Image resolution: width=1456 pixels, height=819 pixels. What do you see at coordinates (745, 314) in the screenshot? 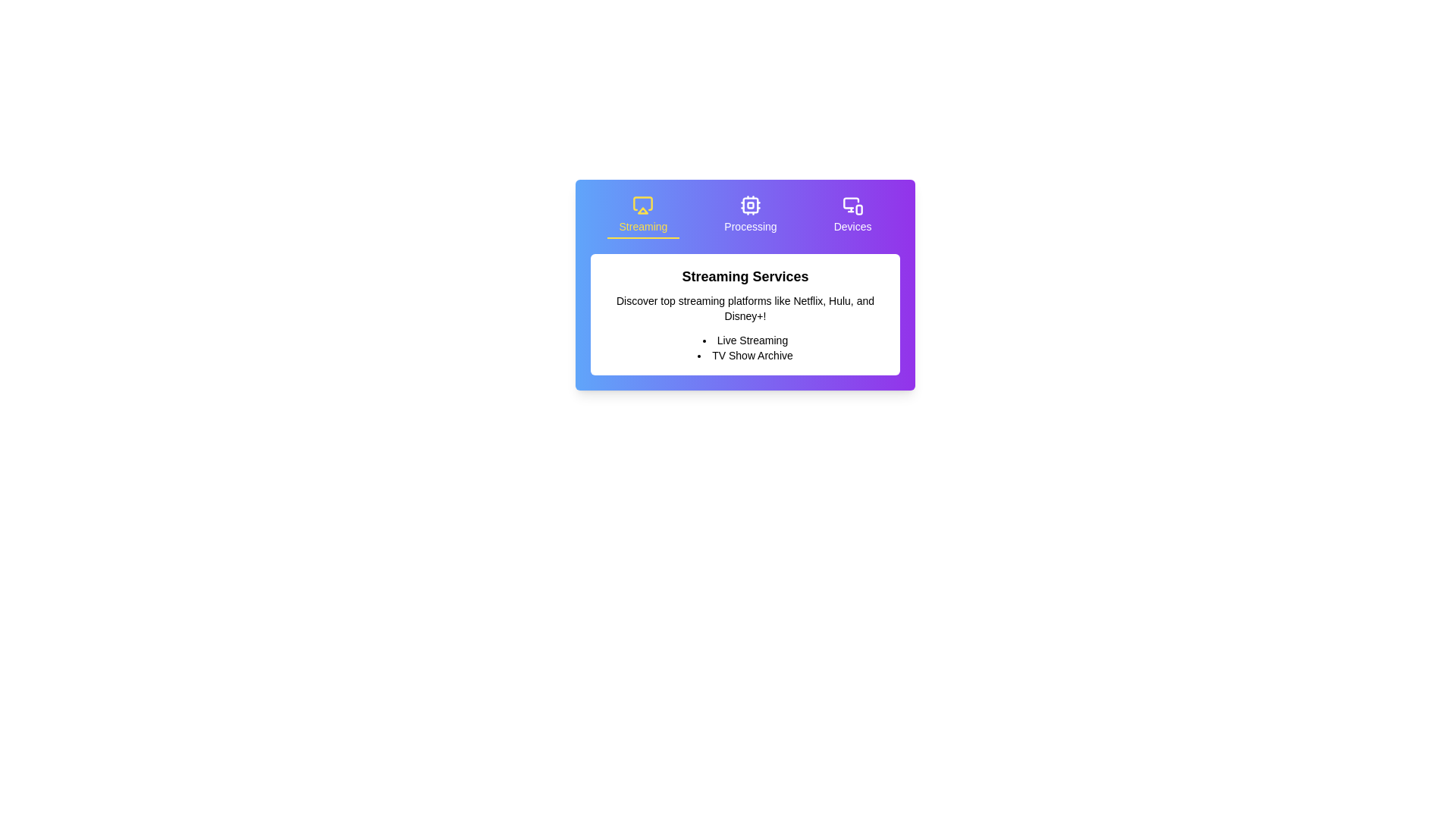
I see `the Informational text block that presents information about streaming services, featuring a bold title 'Streaming Services', descriptive text about platforms like Netflix, Hulu, and Disney+, and a bullet-point list mentioning 'Live Streaming' and 'TV Show Archive'` at bounding box center [745, 314].